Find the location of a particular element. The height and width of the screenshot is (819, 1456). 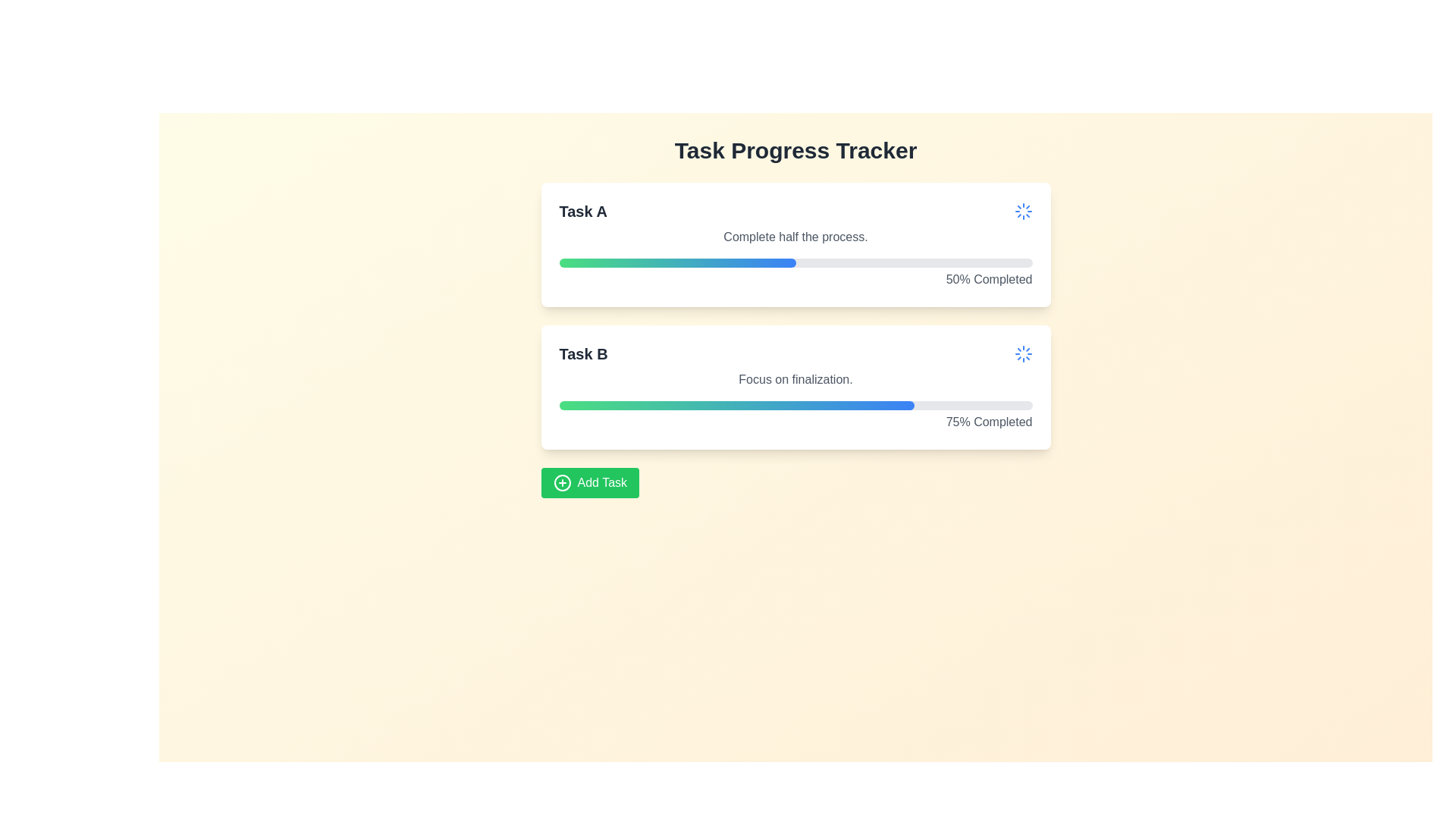

the slim, horizontal progress bar located at the bottom of the 'Task A' card, which is filled approximately 50% with a gradient transitioning from green to blue is located at coordinates (795, 262).